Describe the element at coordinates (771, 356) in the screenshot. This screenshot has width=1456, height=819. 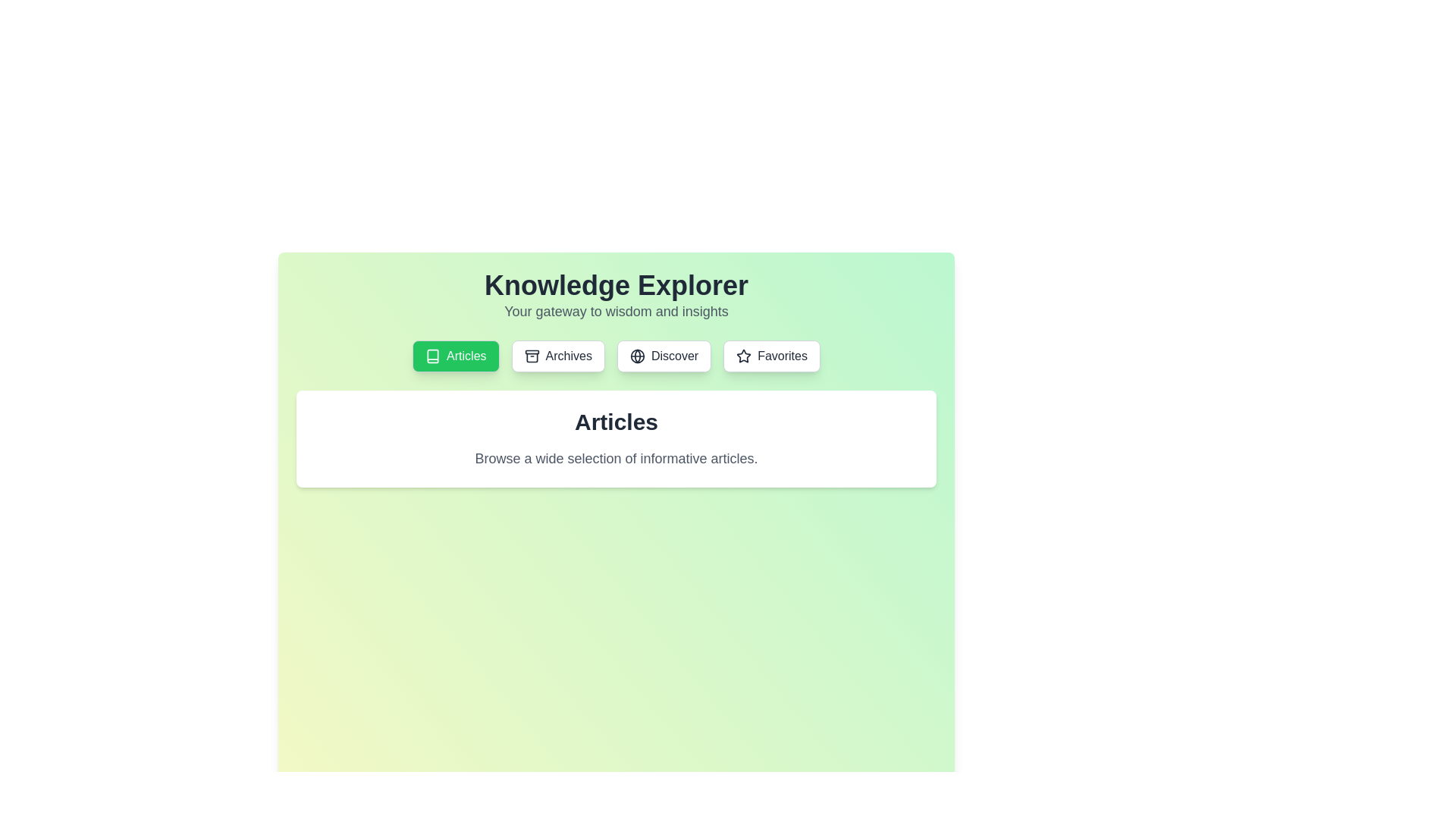
I see `the tab with label Favorites` at that location.